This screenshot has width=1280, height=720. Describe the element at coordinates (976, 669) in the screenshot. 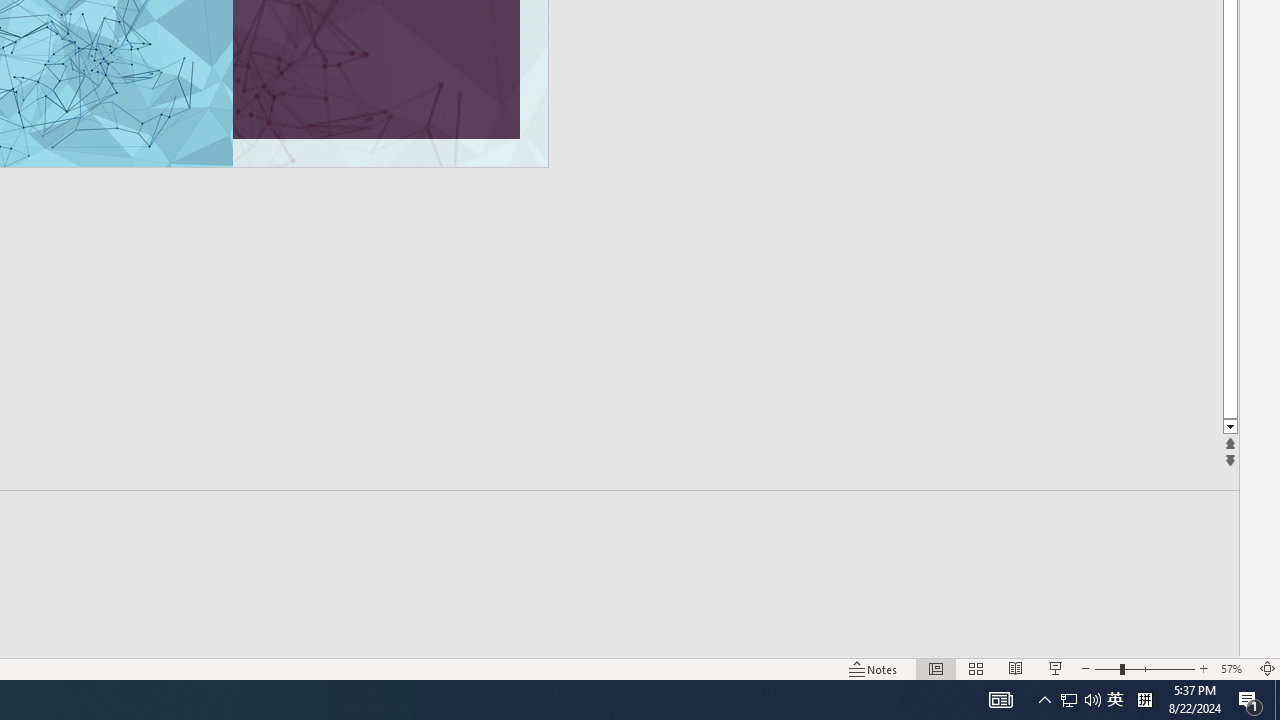

I see `'Slide Sorter'` at that location.